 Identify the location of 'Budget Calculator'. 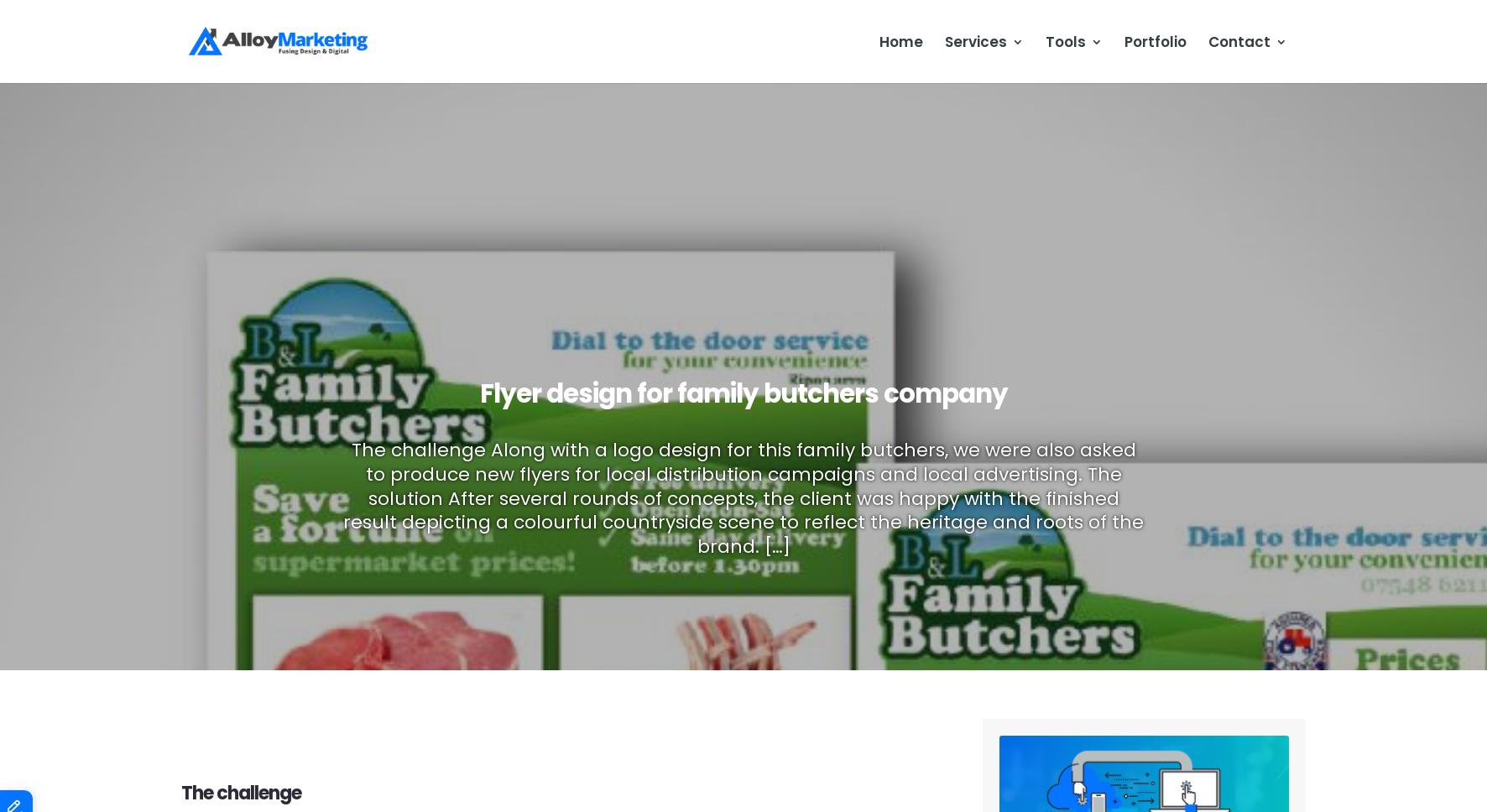
(1119, 118).